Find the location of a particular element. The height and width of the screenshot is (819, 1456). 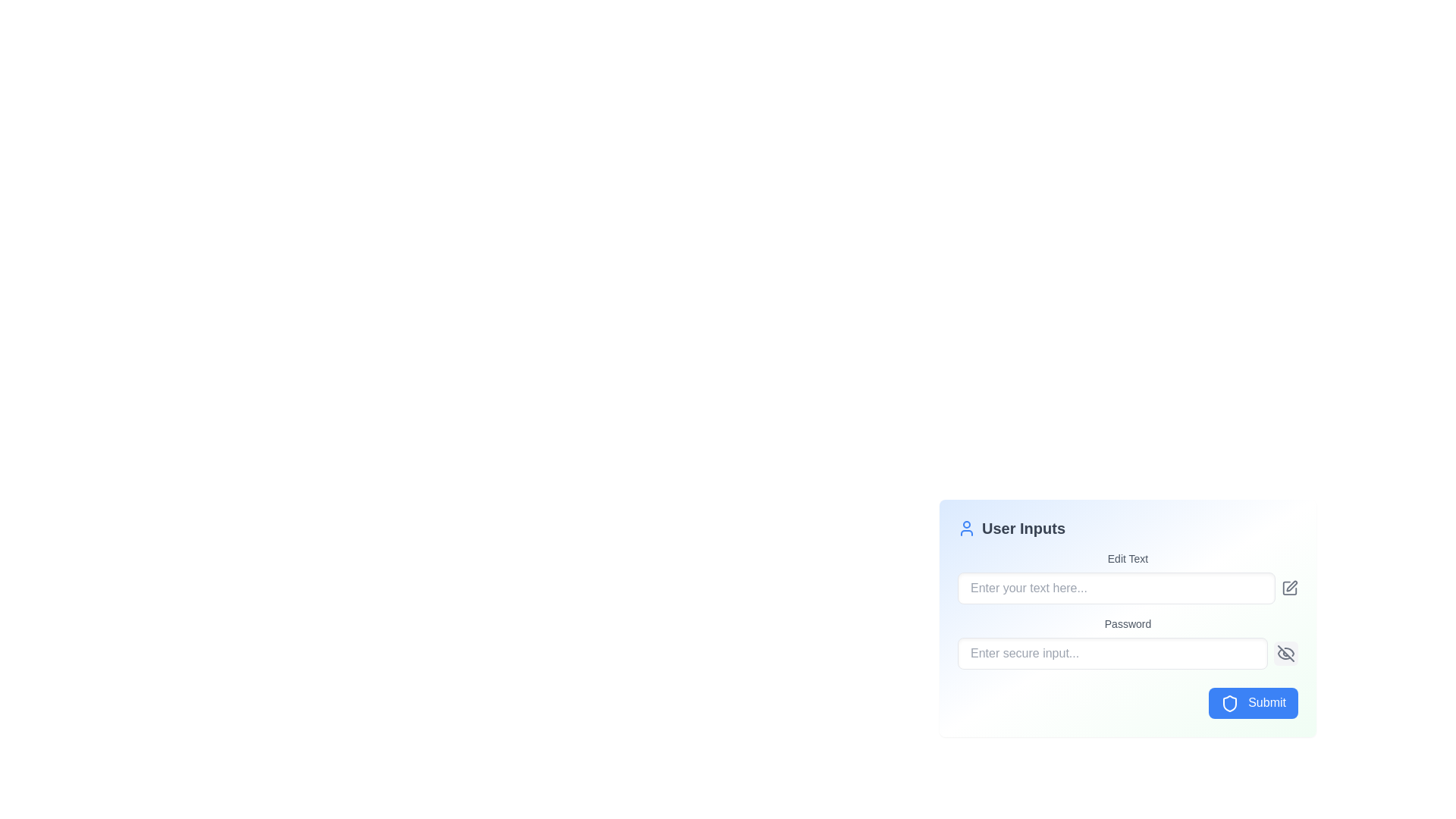

the small square-shaped gray icon button with a pencil icon located to the far right of the 'Edit Text' input field is located at coordinates (1288, 587).